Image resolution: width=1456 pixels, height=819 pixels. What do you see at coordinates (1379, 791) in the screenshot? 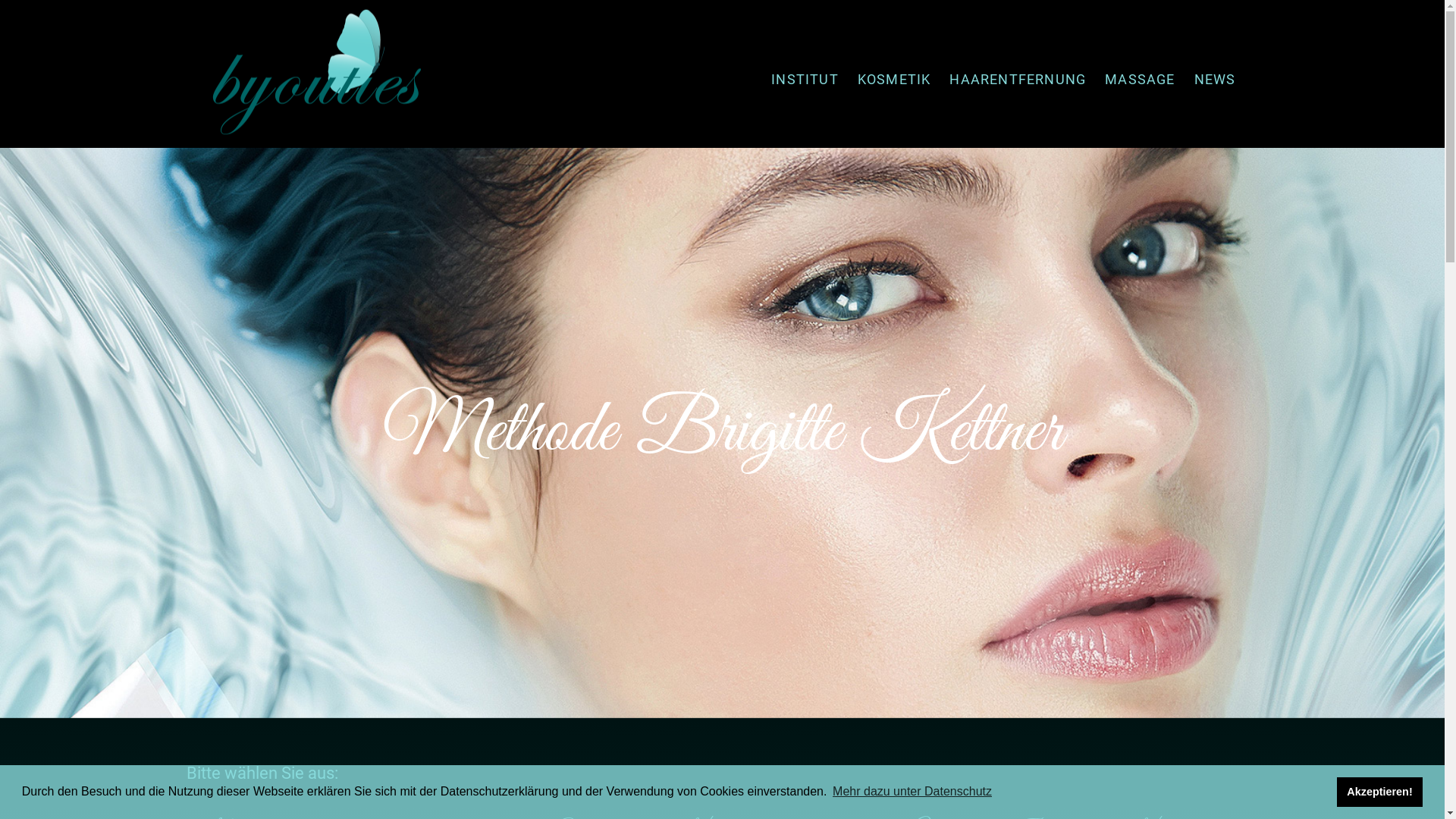
I see `'Akzeptieren!'` at bounding box center [1379, 791].